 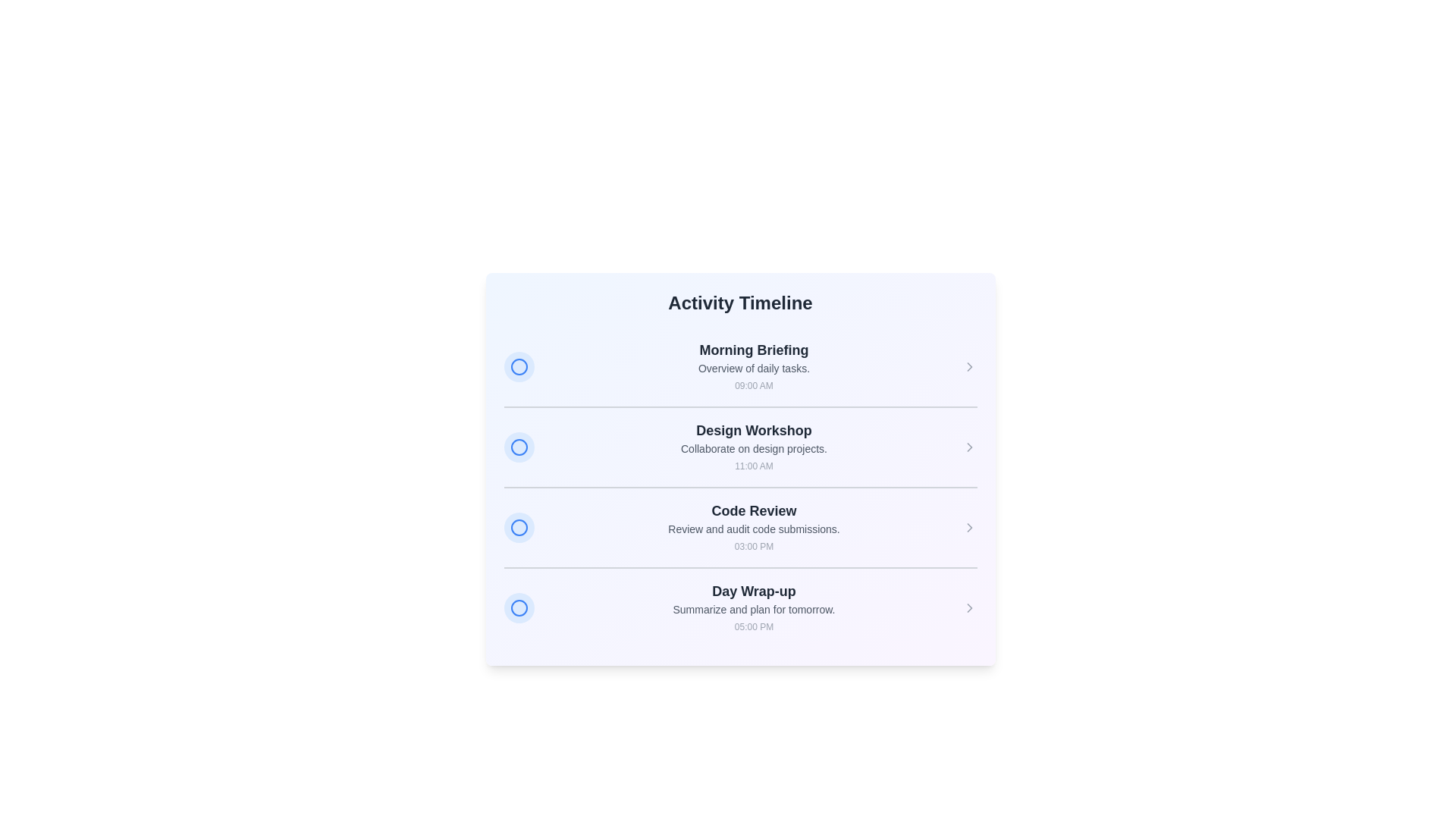 What do you see at coordinates (968, 526) in the screenshot?
I see `the right chevron icon located at the right edge of the 'Code Review' entry in the list to indicate navigation or progression` at bounding box center [968, 526].